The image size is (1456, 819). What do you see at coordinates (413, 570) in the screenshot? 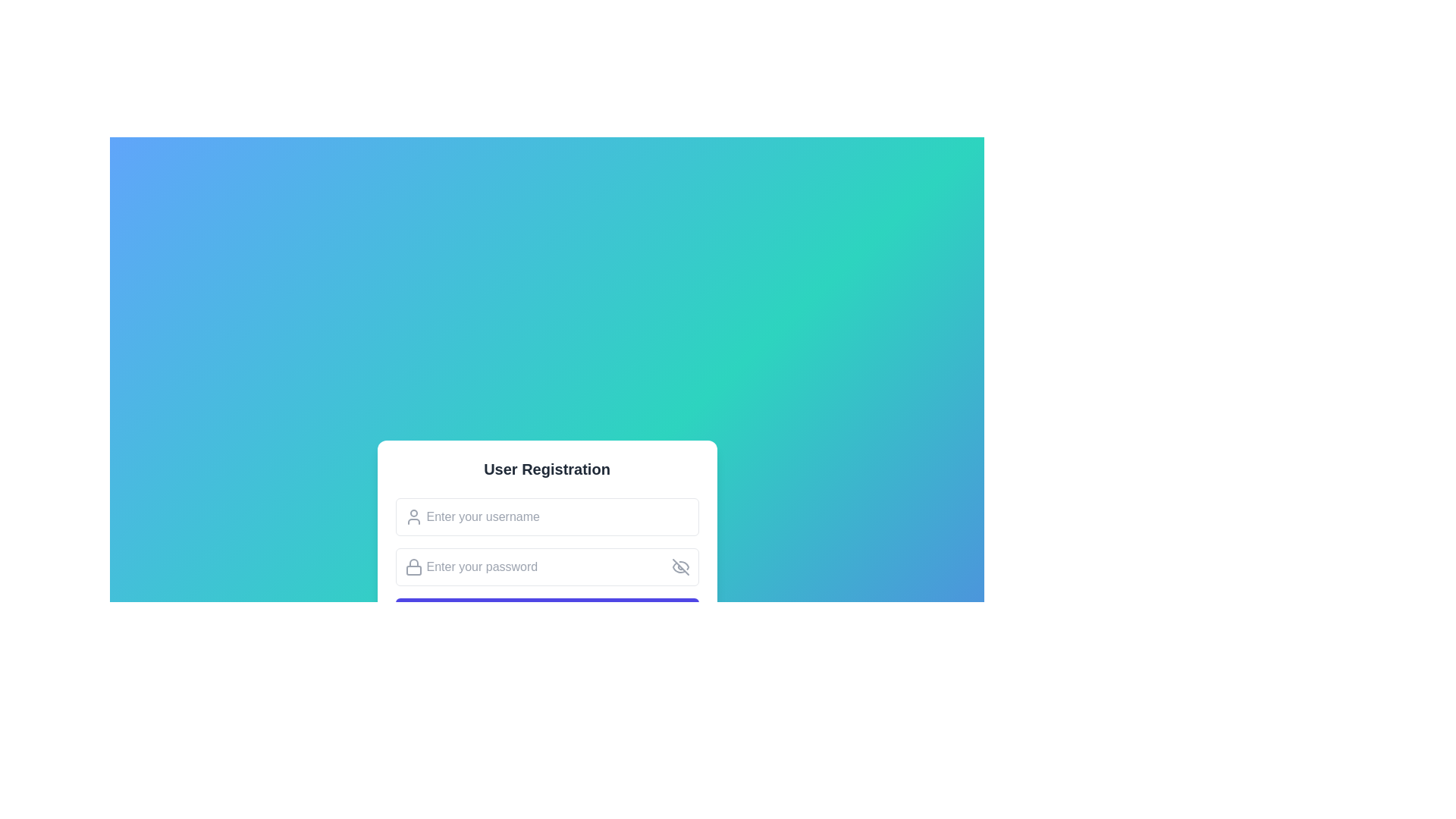
I see `the decorative UI feature element, which is a small rectangle with rounded corners embedded within a lock icon, located on the left side of the password input field` at bounding box center [413, 570].